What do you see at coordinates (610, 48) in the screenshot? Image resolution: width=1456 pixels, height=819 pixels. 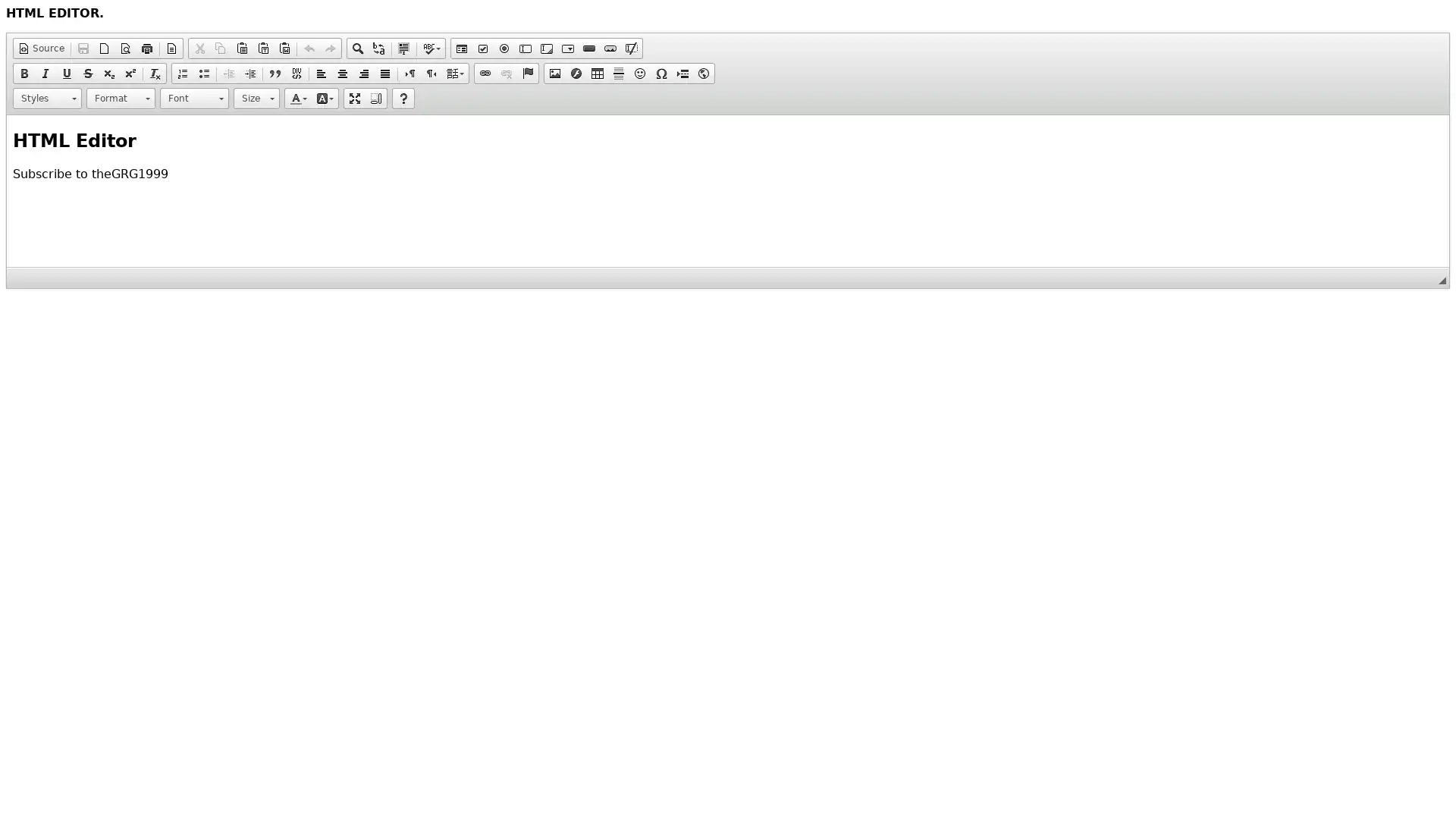 I see `Image Button` at bounding box center [610, 48].